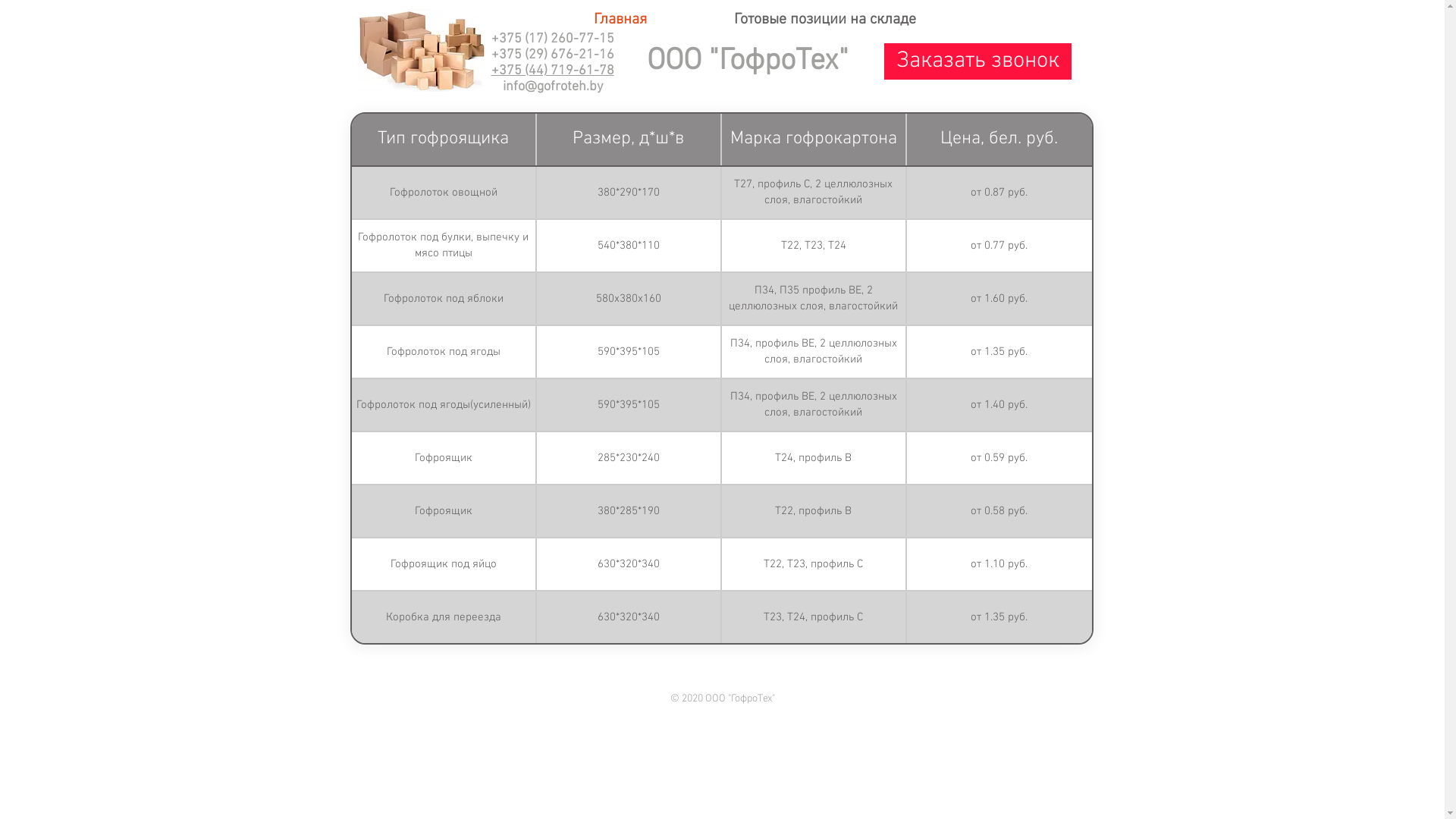 This screenshot has height=819, width=1456. Describe the element at coordinates (551, 86) in the screenshot. I see `'info@gofroteh.by'` at that location.